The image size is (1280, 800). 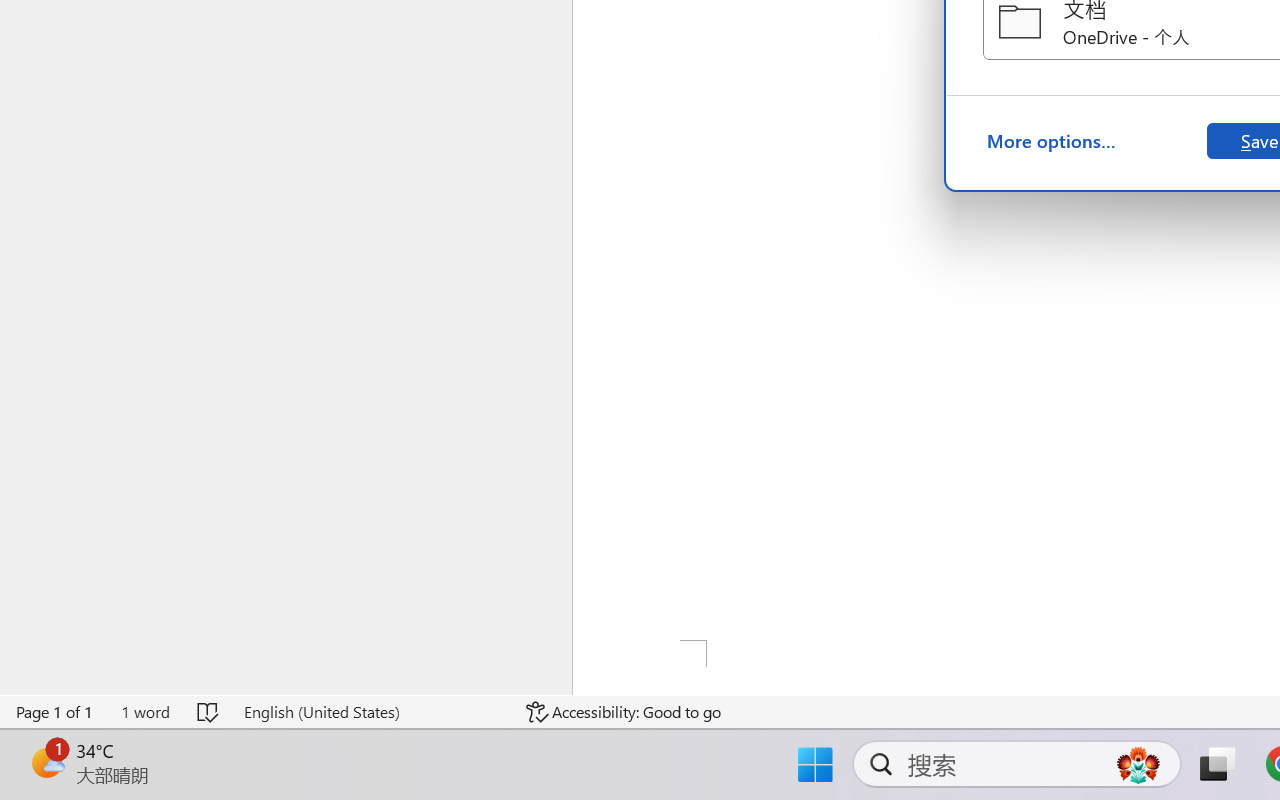 What do you see at coordinates (144, 711) in the screenshot?
I see `'Word Count 1 word'` at bounding box center [144, 711].